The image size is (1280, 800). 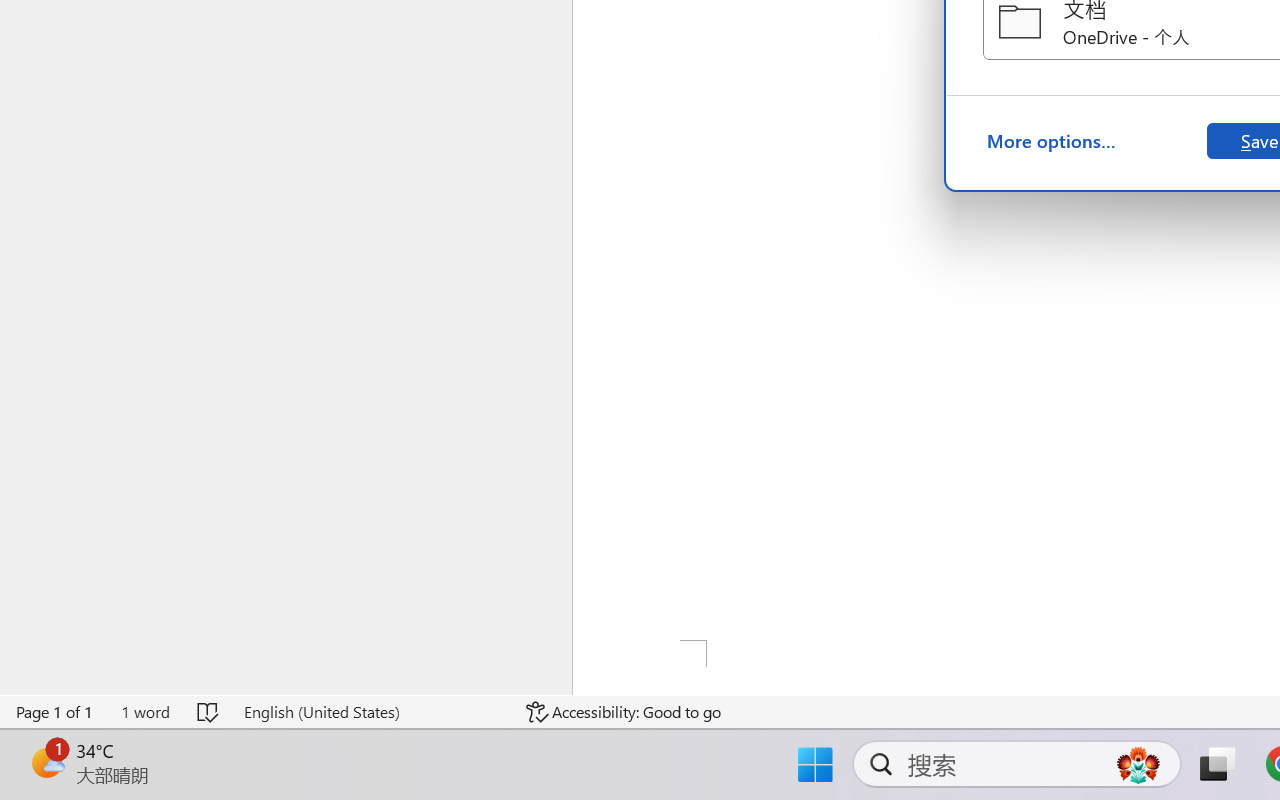 What do you see at coordinates (144, 711) in the screenshot?
I see `'Word Count 1 word'` at bounding box center [144, 711].